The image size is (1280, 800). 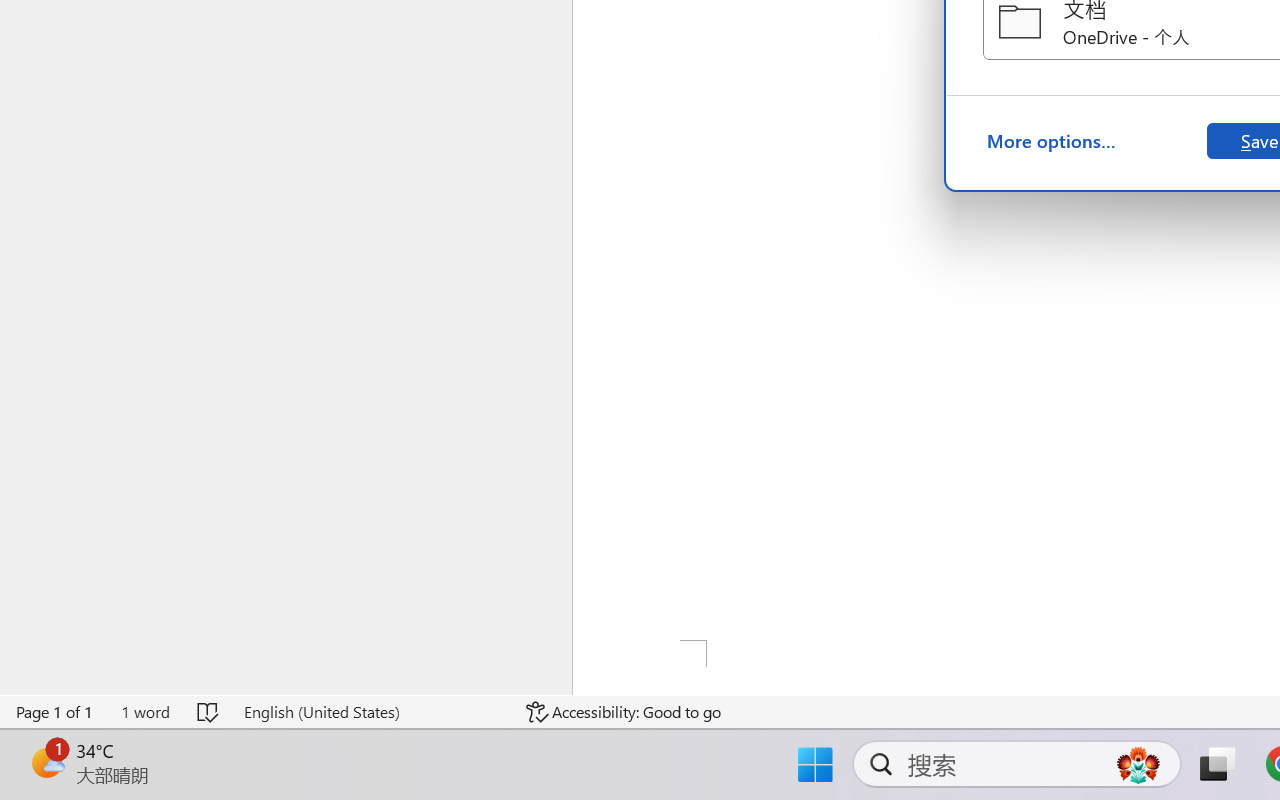 What do you see at coordinates (144, 711) in the screenshot?
I see `'Word Count 1 word'` at bounding box center [144, 711].